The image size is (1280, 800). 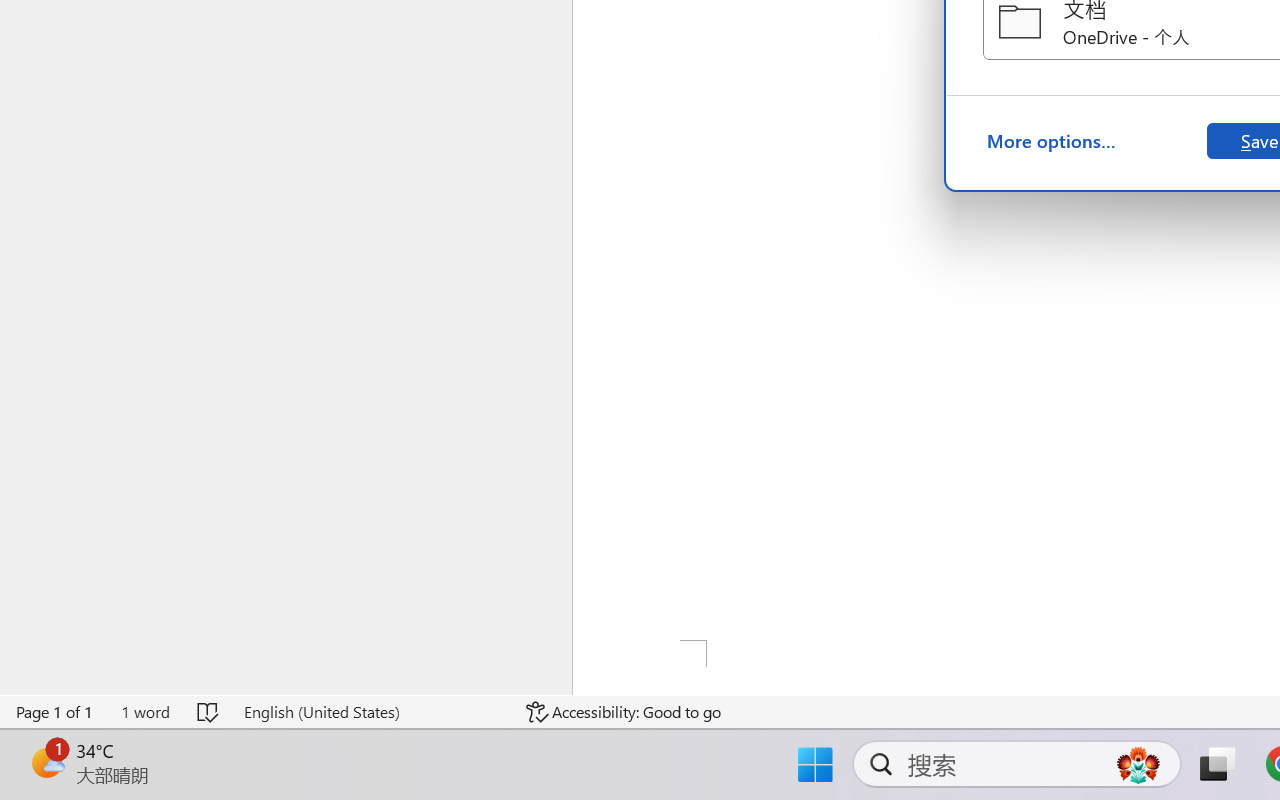 What do you see at coordinates (144, 711) in the screenshot?
I see `'Word Count 1 word'` at bounding box center [144, 711].